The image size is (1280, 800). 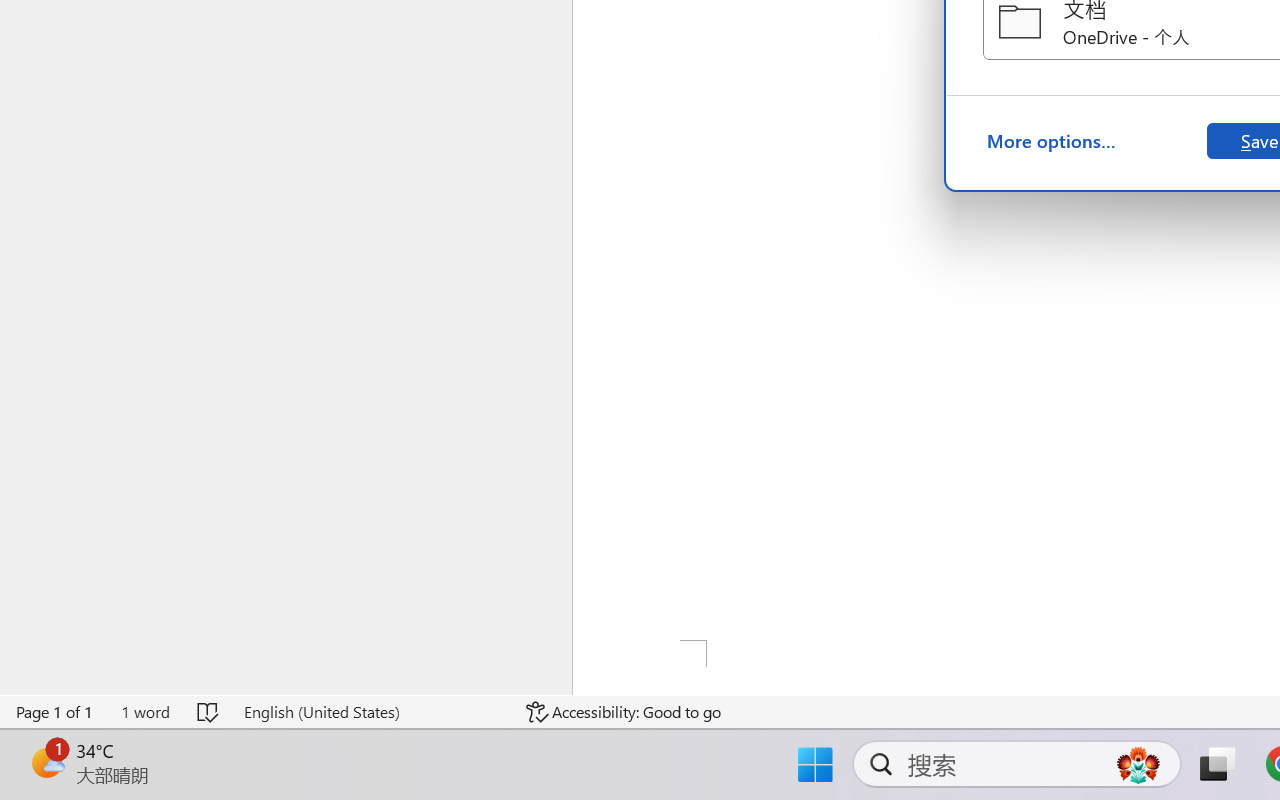 What do you see at coordinates (144, 711) in the screenshot?
I see `'Word Count 1 word'` at bounding box center [144, 711].